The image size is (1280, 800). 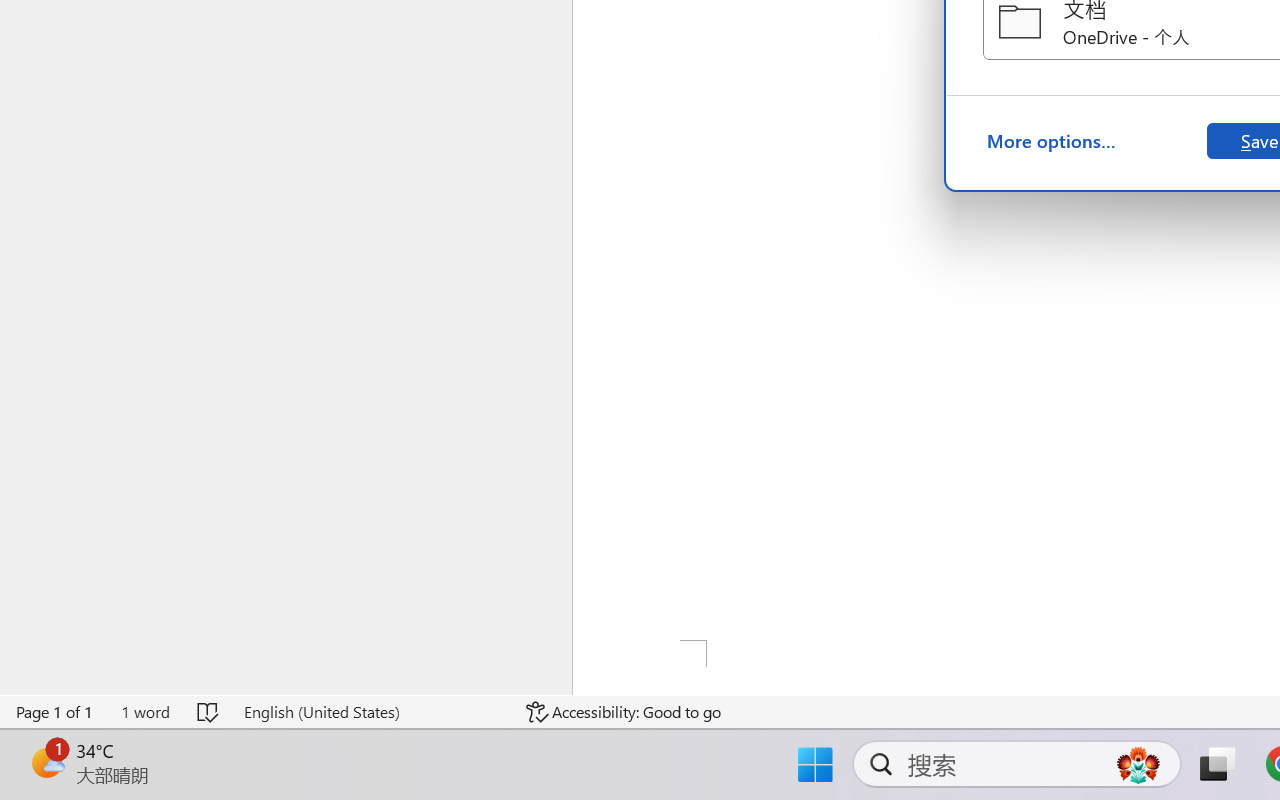 What do you see at coordinates (144, 711) in the screenshot?
I see `'Word Count 1 word'` at bounding box center [144, 711].